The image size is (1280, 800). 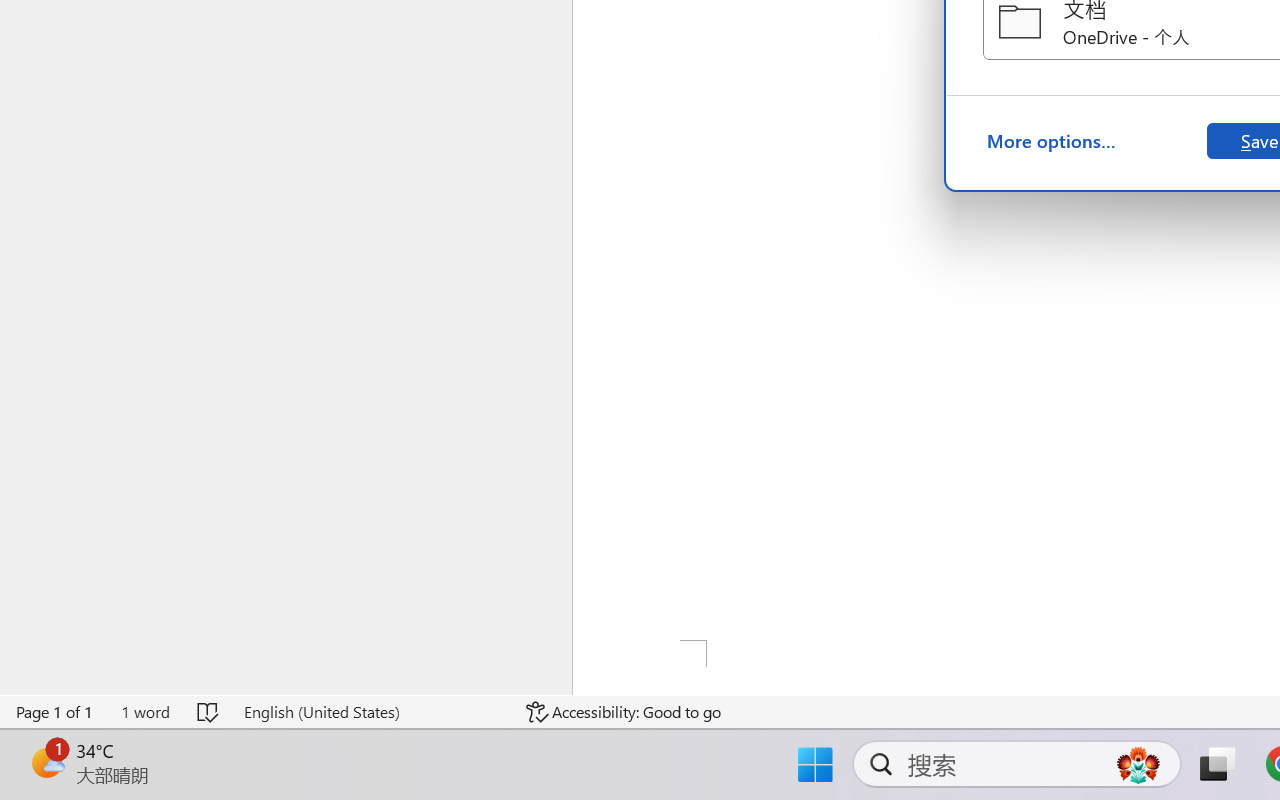 What do you see at coordinates (144, 711) in the screenshot?
I see `'Word Count 1 word'` at bounding box center [144, 711].